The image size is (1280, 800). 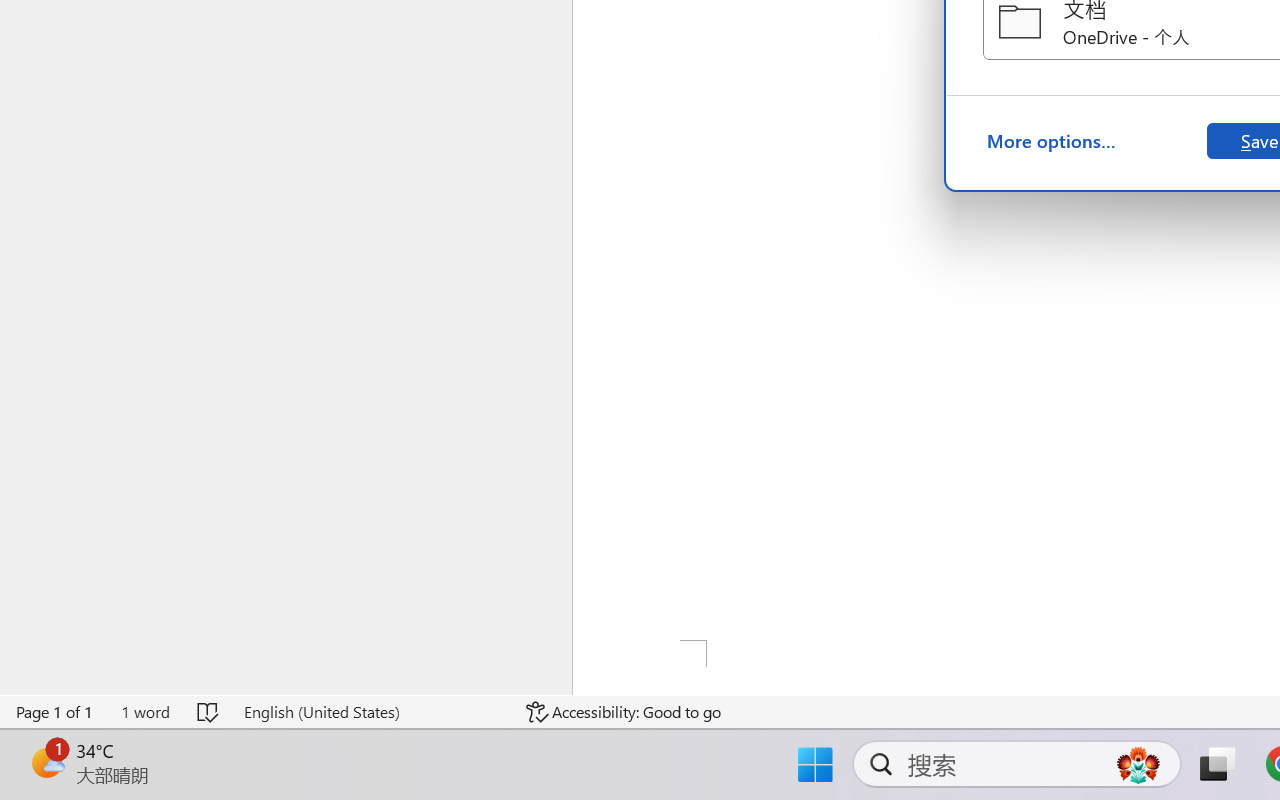 What do you see at coordinates (144, 711) in the screenshot?
I see `'Word Count 1 word'` at bounding box center [144, 711].